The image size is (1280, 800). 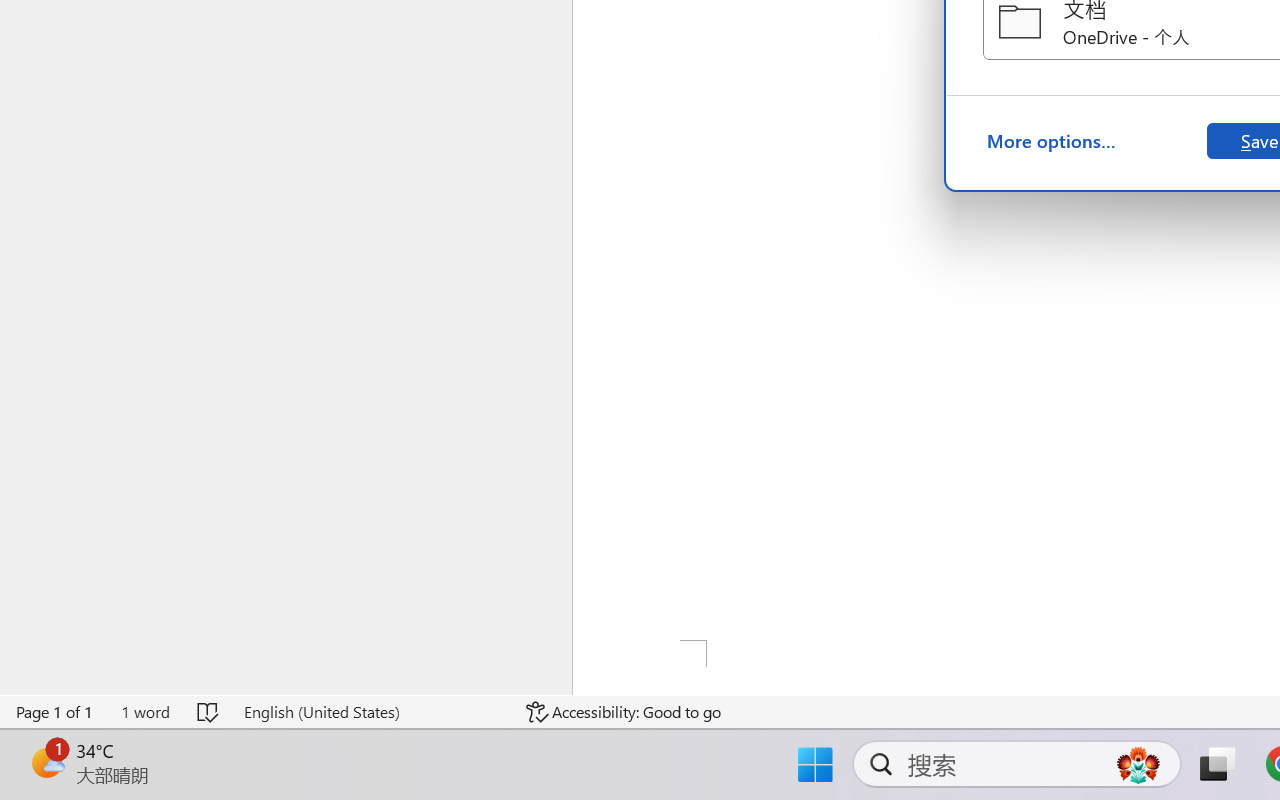 What do you see at coordinates (144, 711) in the screenshot?
I see `'Word Count 1 word'` at bounding box center [144, 711].